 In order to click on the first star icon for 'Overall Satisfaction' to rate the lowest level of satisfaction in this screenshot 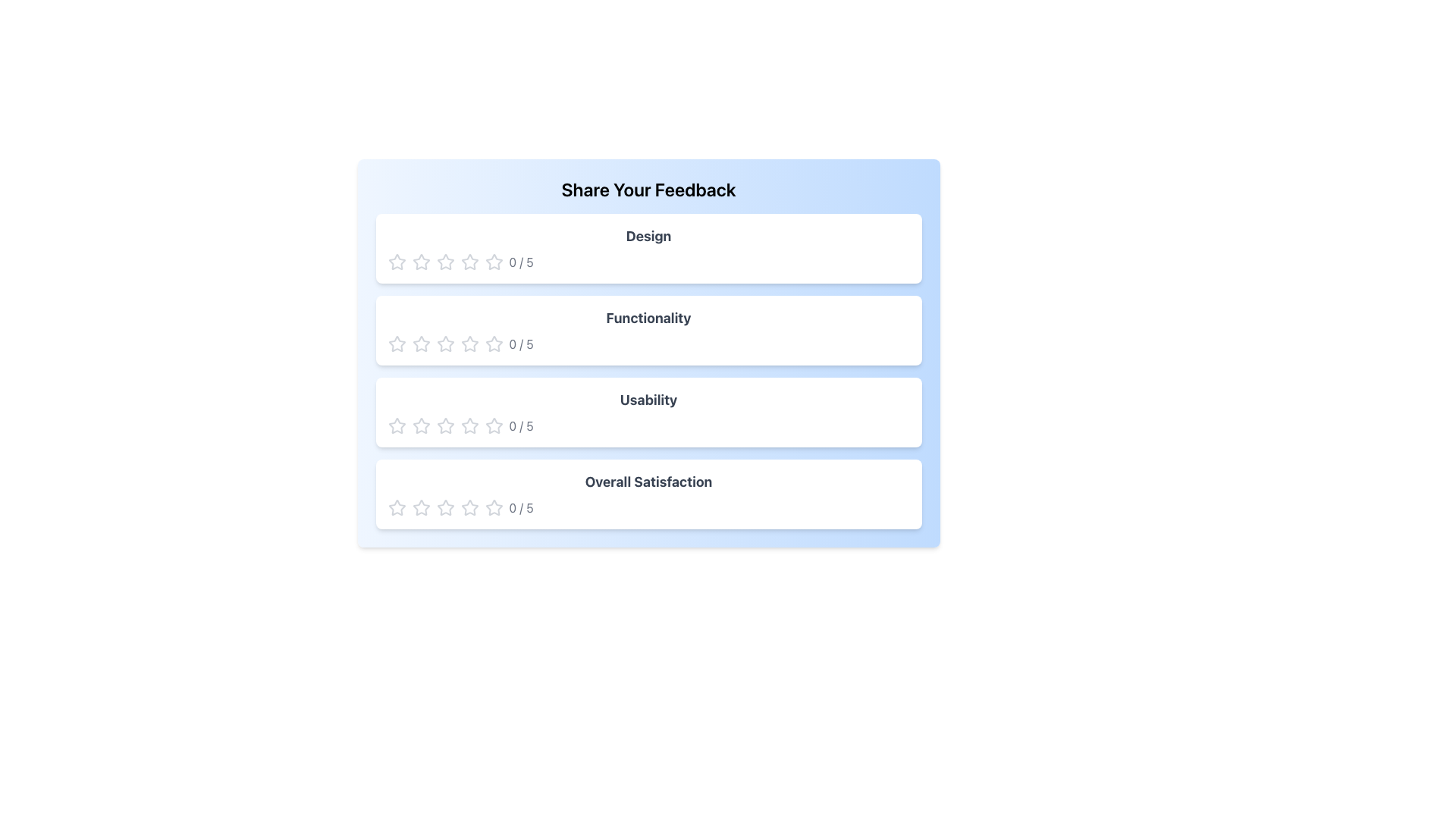, I will do `click(494, 507)`.